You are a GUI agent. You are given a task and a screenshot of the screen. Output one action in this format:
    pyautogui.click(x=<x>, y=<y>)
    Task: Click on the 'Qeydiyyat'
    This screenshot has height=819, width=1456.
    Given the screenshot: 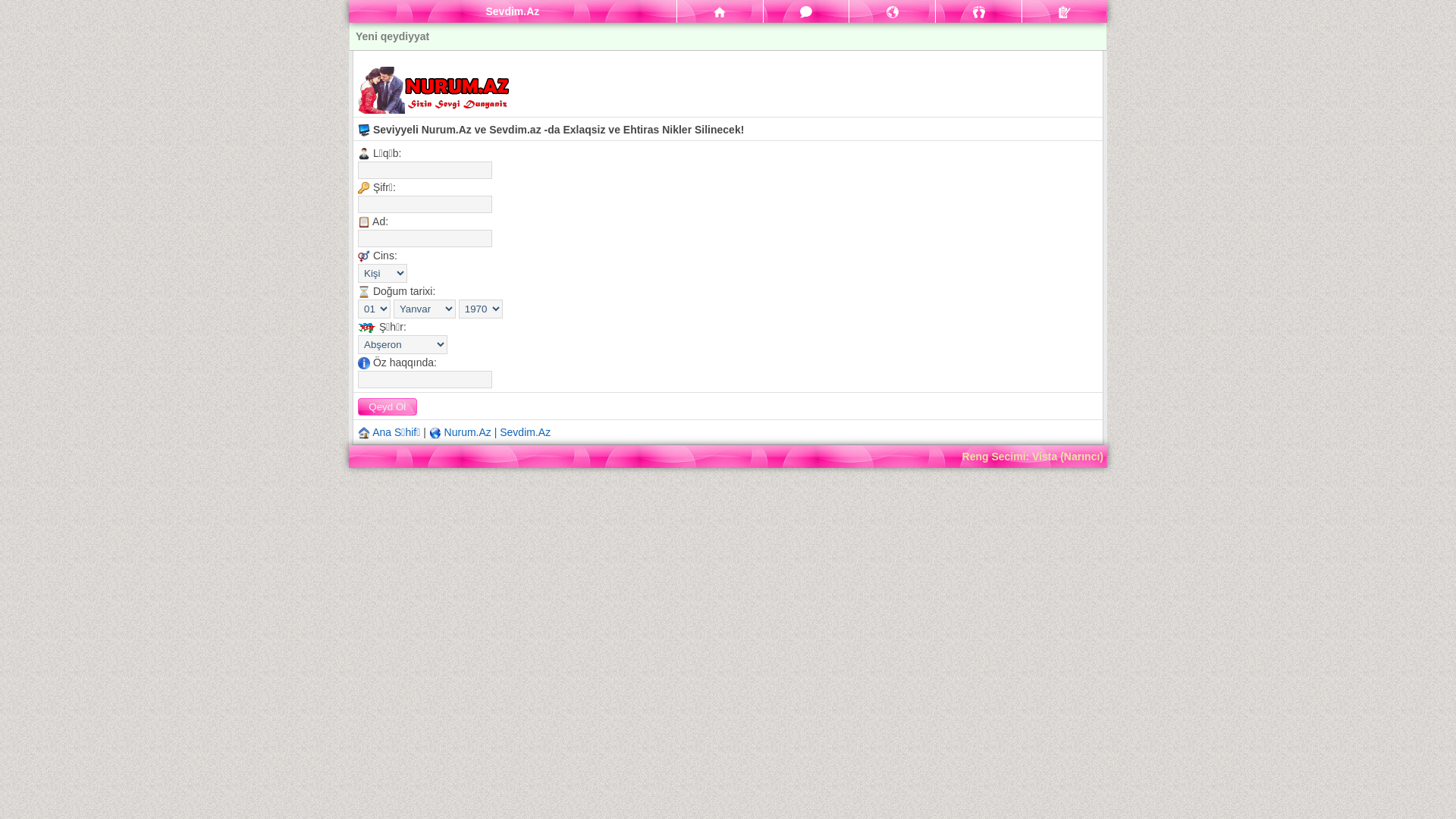 What is the action you would take?
    pyautogui.click(x=1063, y=11)
    